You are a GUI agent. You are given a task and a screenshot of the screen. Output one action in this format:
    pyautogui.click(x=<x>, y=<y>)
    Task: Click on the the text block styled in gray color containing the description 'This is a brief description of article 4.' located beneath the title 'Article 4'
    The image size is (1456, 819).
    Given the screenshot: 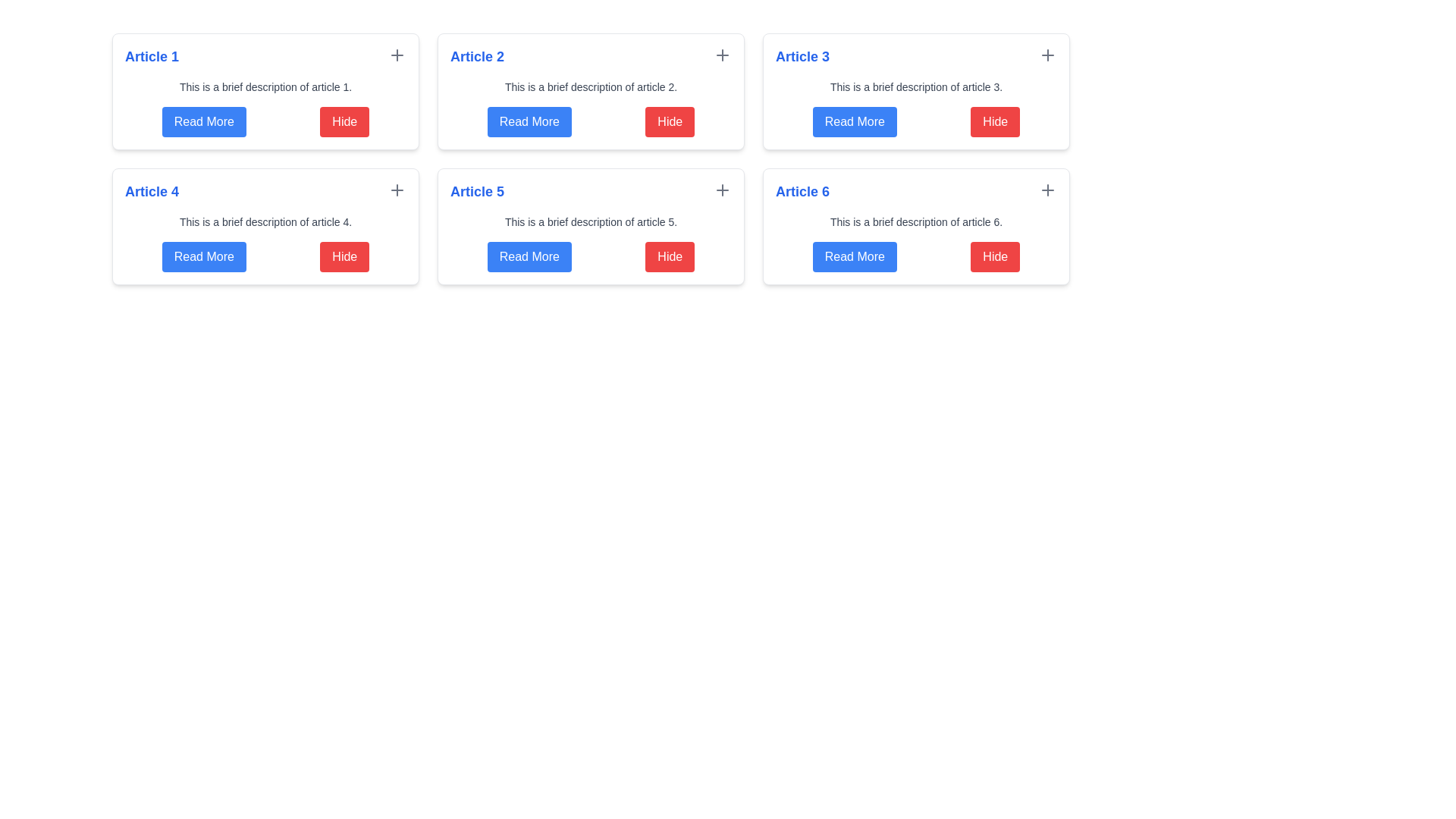 What is the action you would take?
    pyautogui.click(x=265, y=222)
    